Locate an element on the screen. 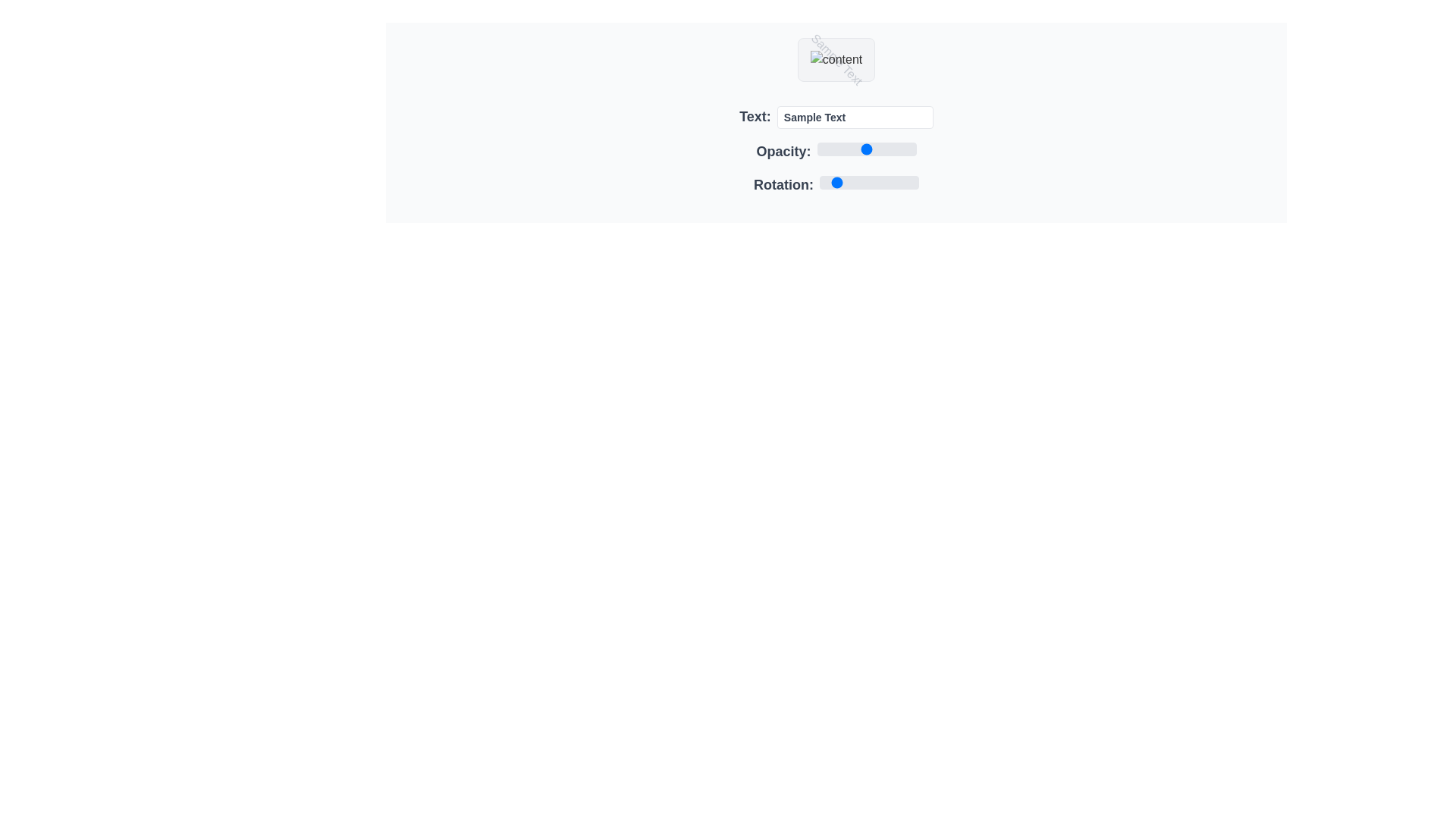 The width and height of the screenshot is (1456, 819). rotation is located at coordinates (833, 181).